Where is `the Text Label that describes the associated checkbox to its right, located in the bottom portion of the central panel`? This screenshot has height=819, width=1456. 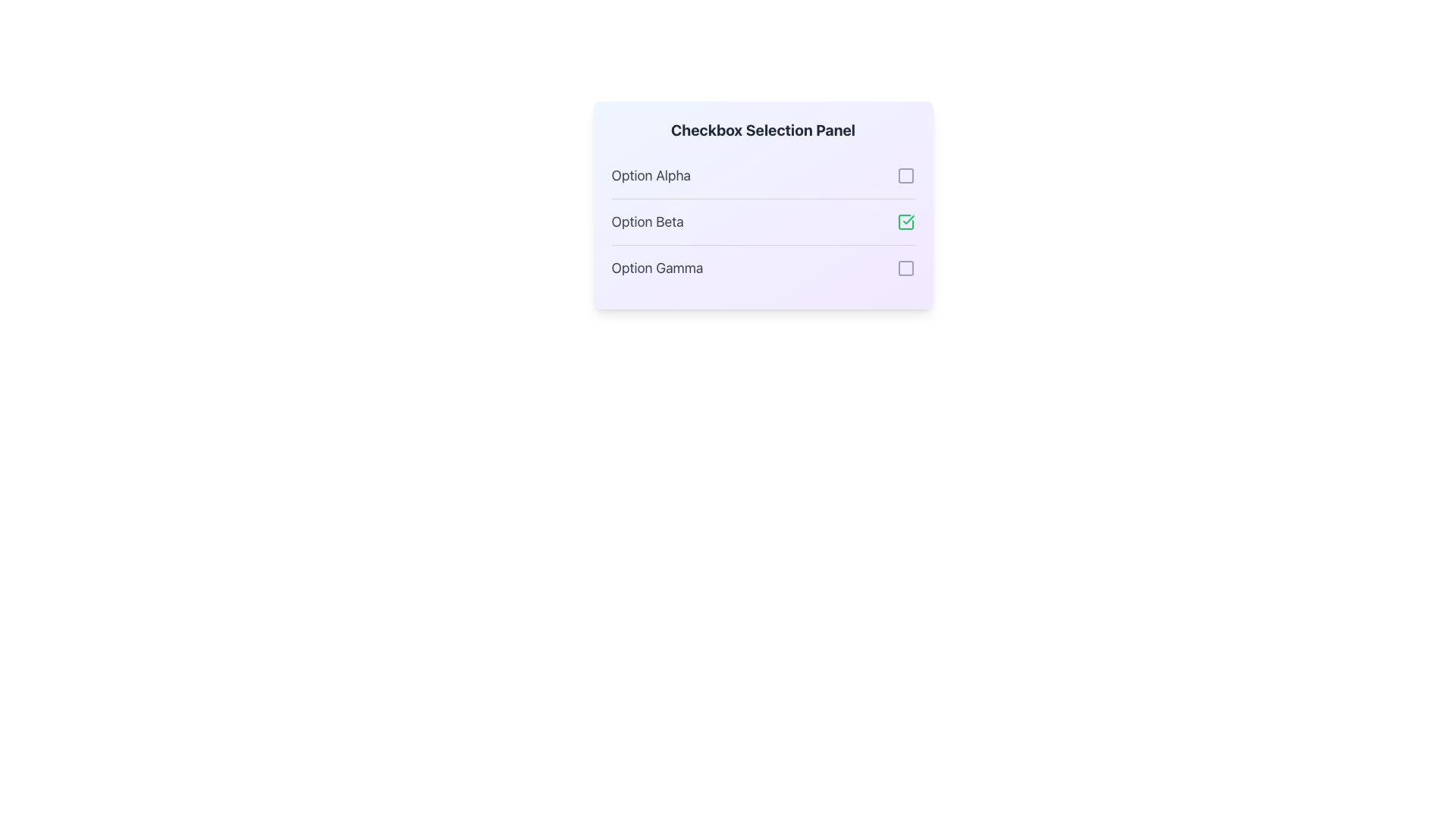 the Text Label that describes the associated checkbox to its right, located in the bottom portion of the central panel is located at coordinates (657, 268).